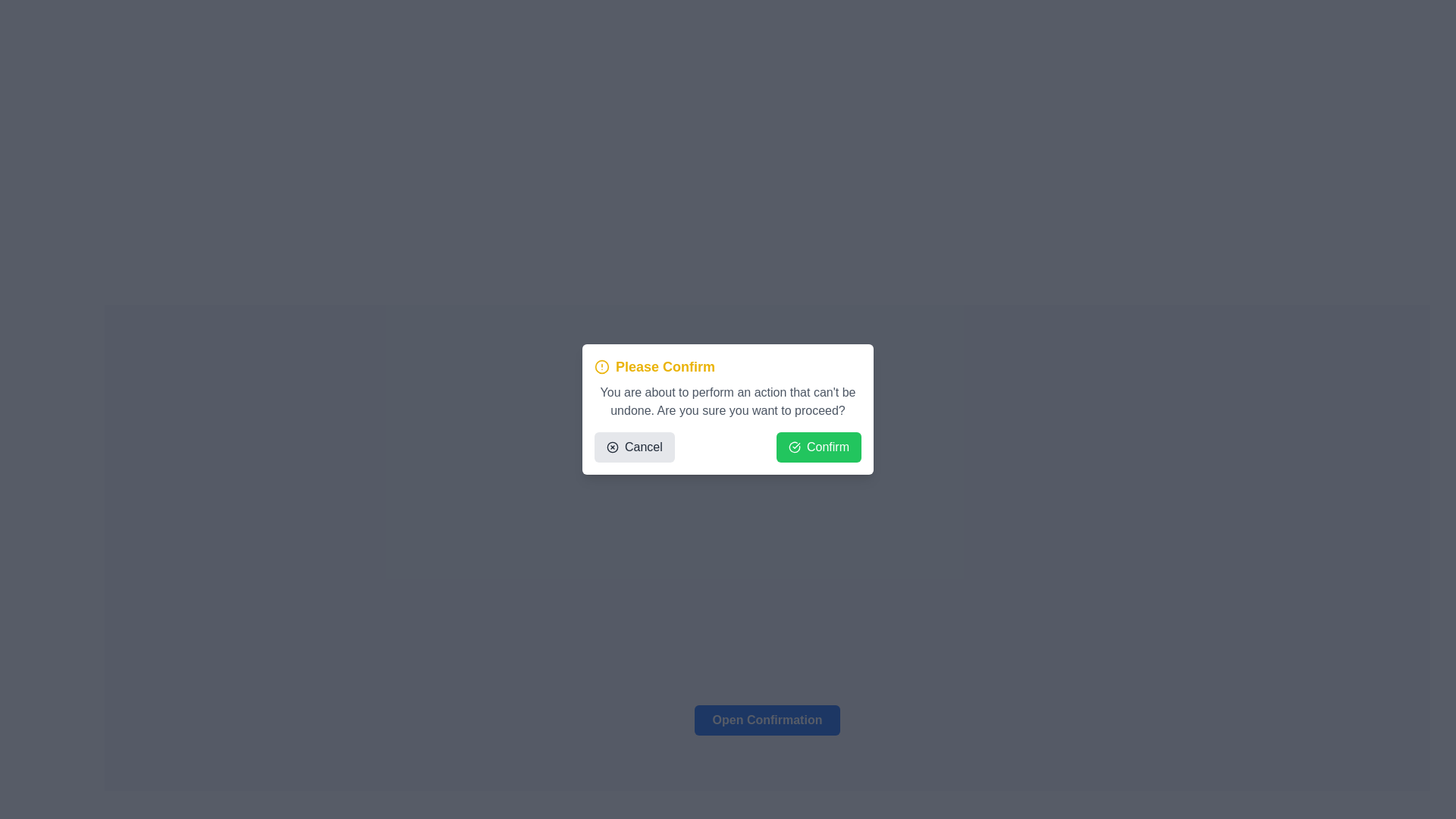 The height and width of the screenshot is (819, 1456). I want to click on the circular graphical element of the SVG icon located in the top-left of the modal dialog that contains a confirmation message, so click(612, 447).